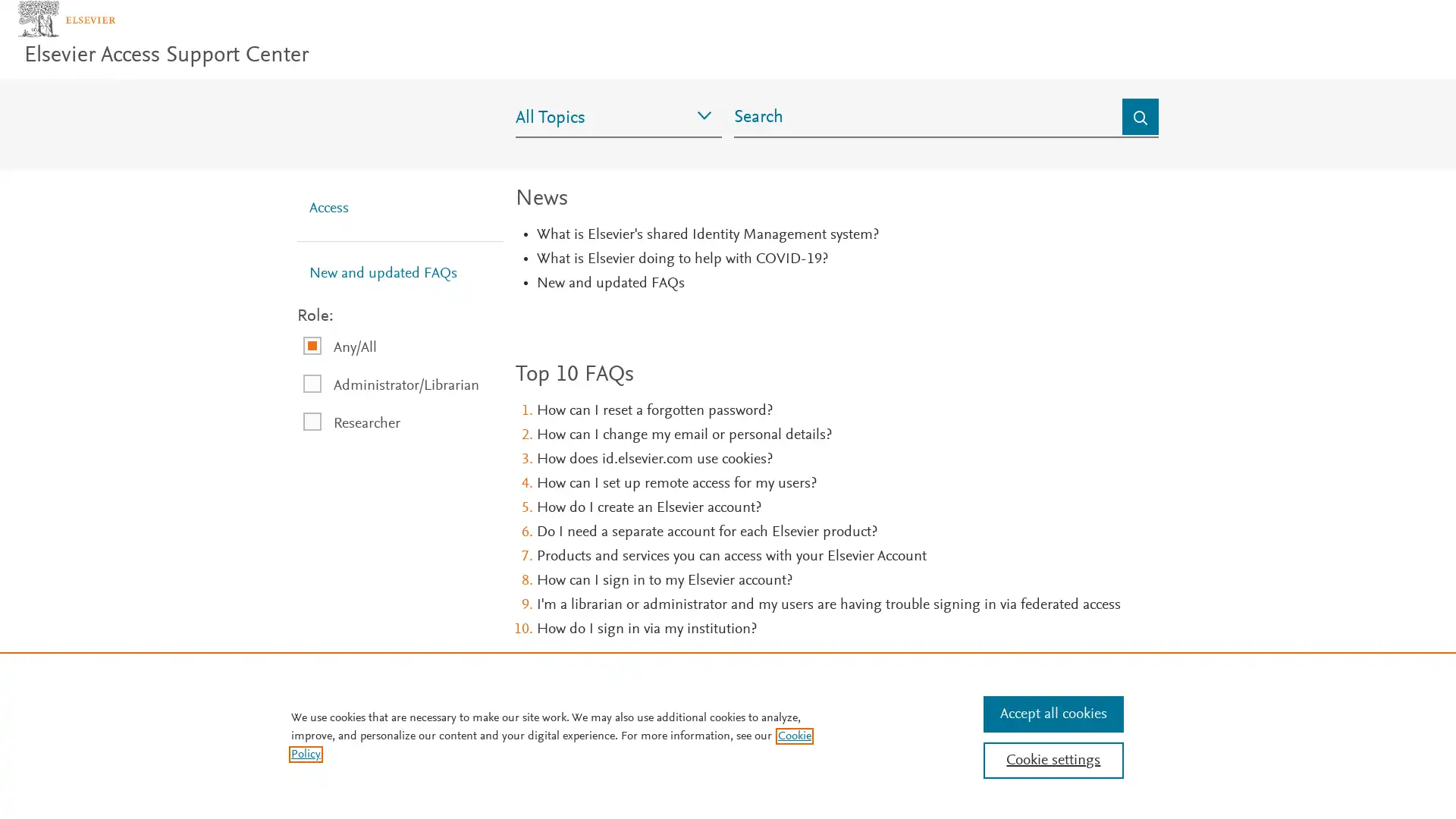 The height and width of the screenshot is (819, 1456). I want to click on Cookie settings, so click(1052, 760).